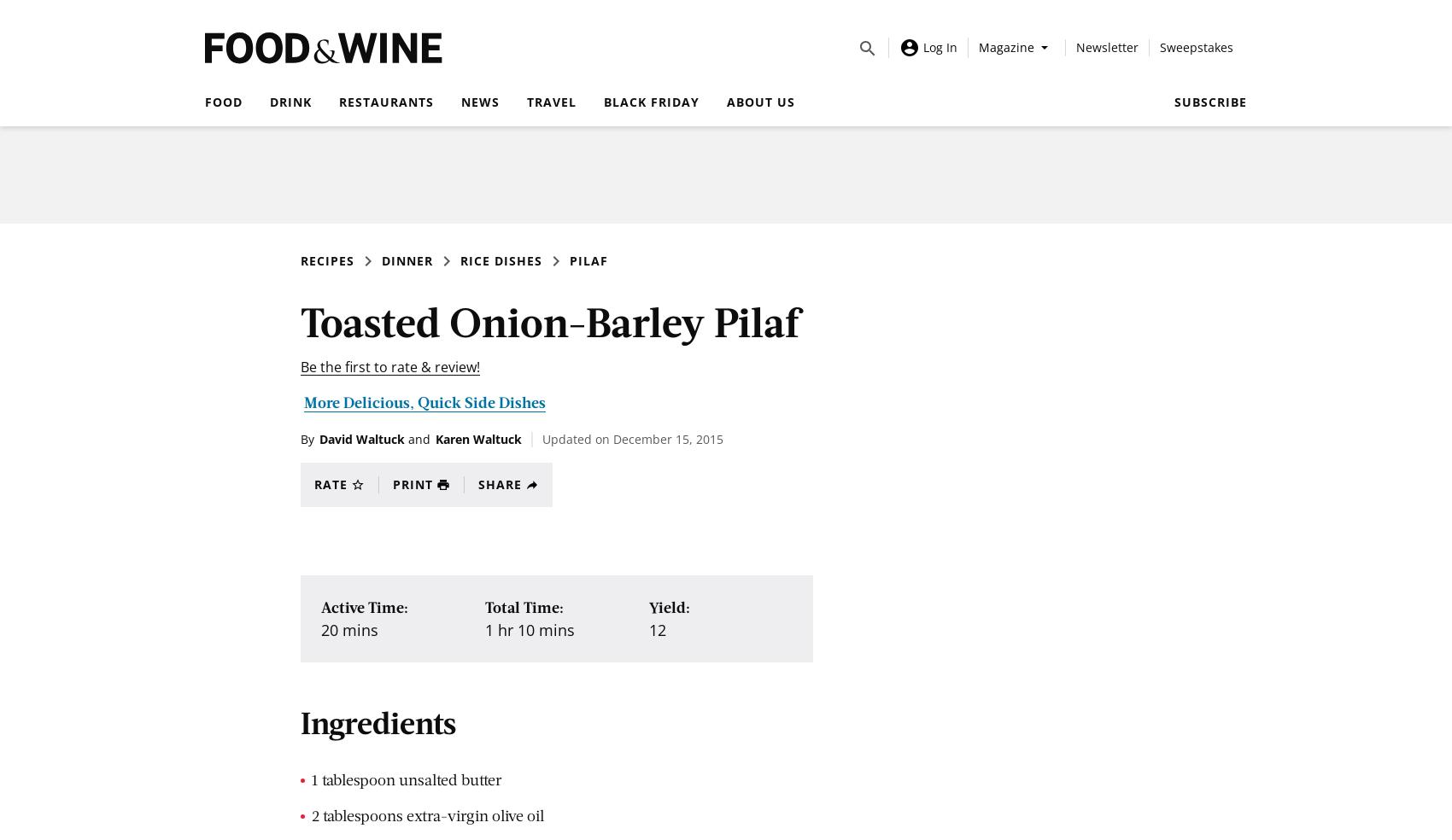  What do you see at coordinates (650, 101) in the screenshot?
I see `'Black Friday'` at bounding box center [650, 101].